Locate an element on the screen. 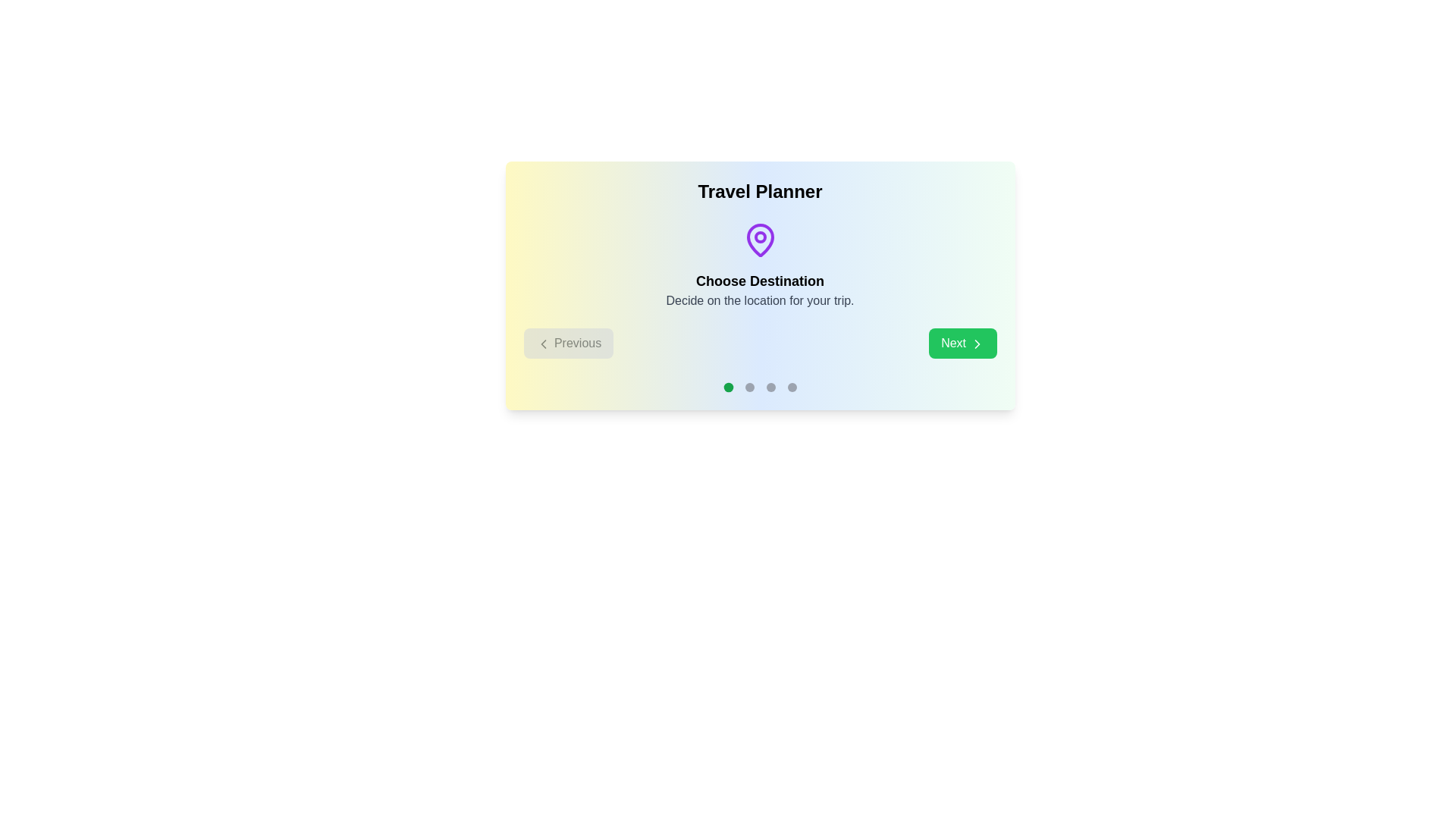 The height and width of the screenshot is (819, 1456). the Indicator bar located at the bottom of the 'Travel Planner' card is located at coordinates (760, 386).